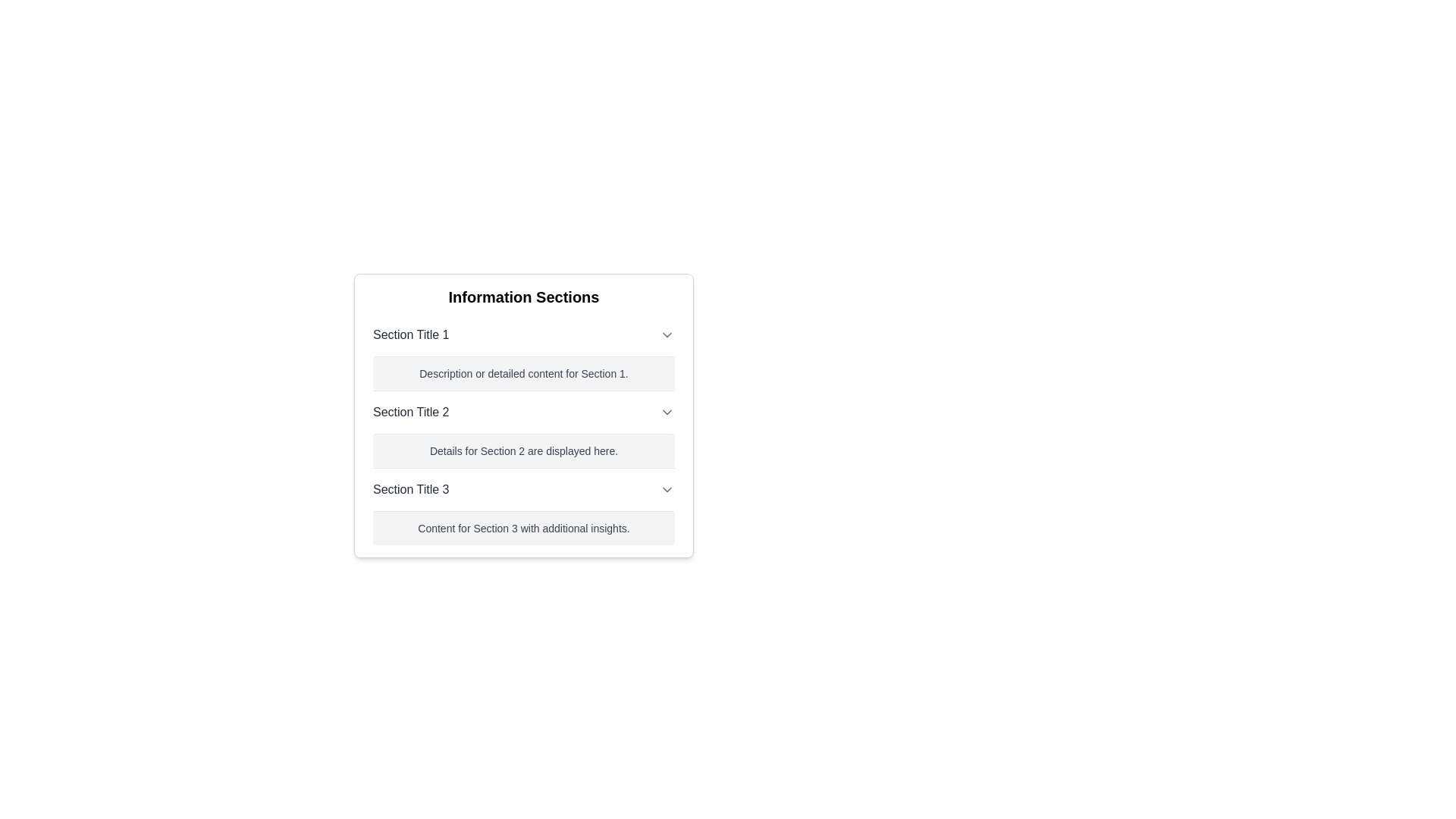 This screenshot has width=1456, height=819. Describe the element at coordinates (667, 489) in the screenshot. I see `the downward-pointing chevron-style dropdown indicator icon on the far right side of 'Section Title 3' to potentially highlight it or display a tooltip` at that location.